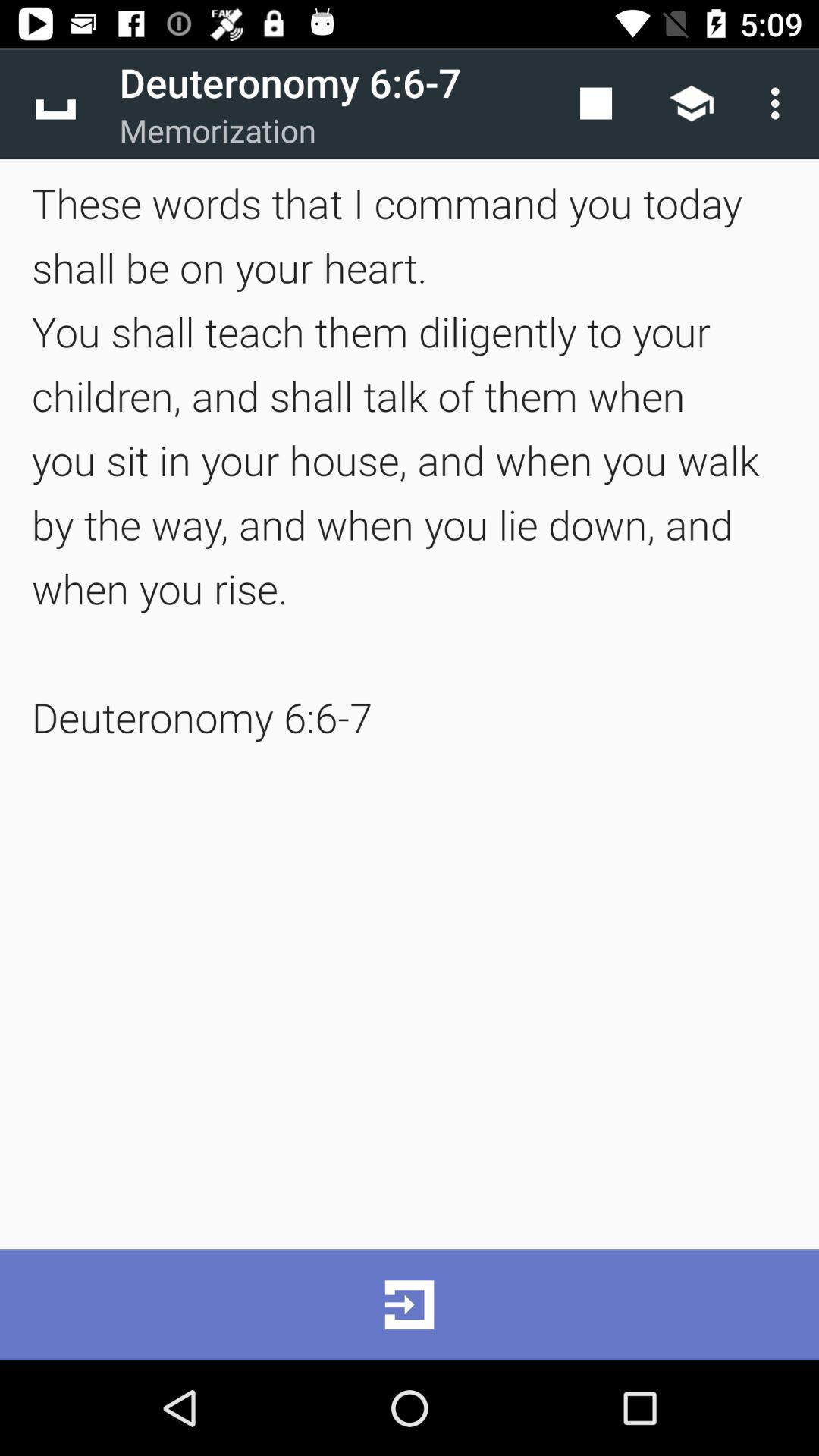 The width and height of the screenshot is (819, 1456). Describe the element at coordinates (409, 1304) in the screenshot. I see `next verse` at that location.